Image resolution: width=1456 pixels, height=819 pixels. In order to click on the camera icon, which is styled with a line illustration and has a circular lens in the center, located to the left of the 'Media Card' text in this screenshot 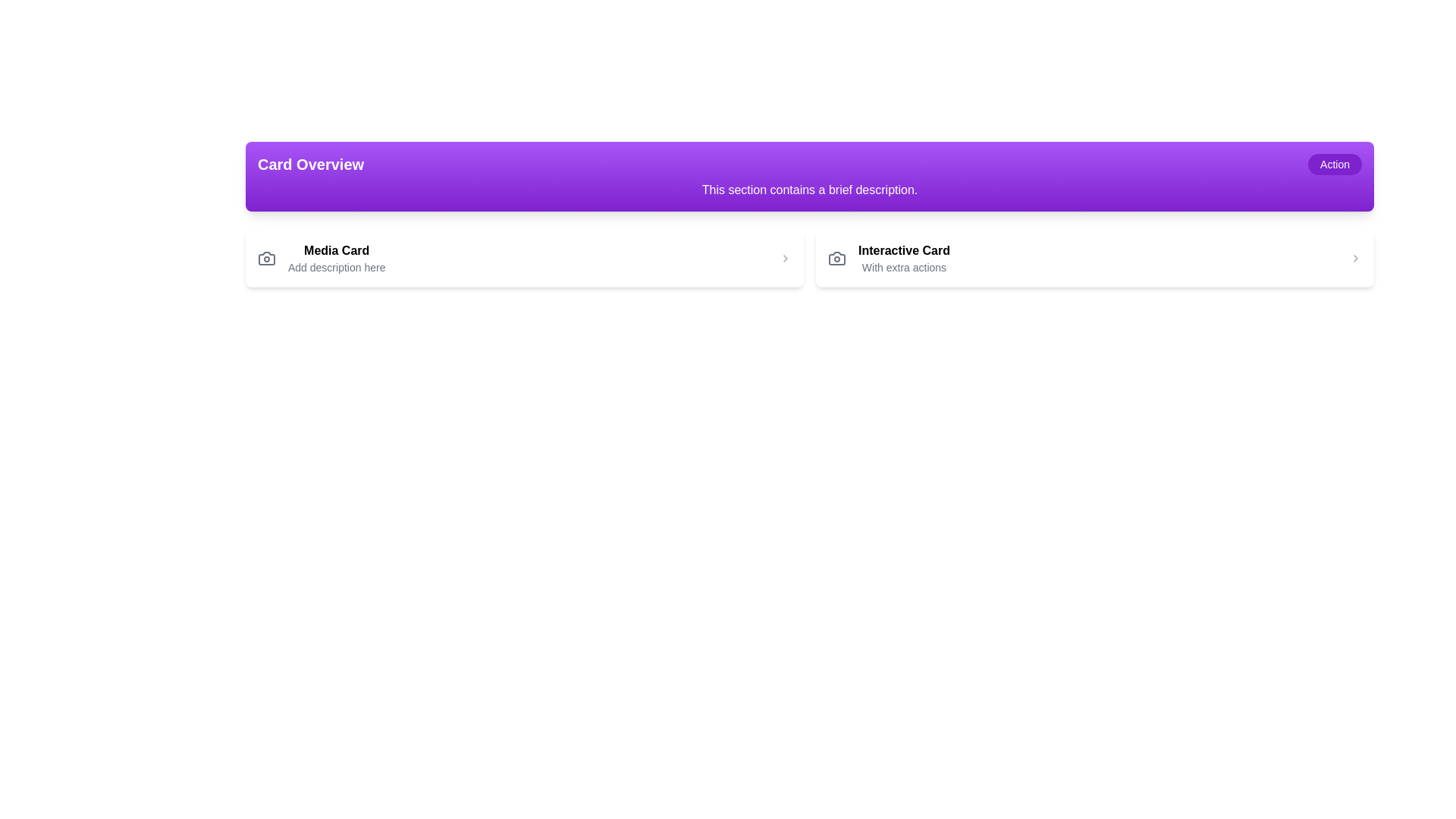, I will do `click(266, 257)`.